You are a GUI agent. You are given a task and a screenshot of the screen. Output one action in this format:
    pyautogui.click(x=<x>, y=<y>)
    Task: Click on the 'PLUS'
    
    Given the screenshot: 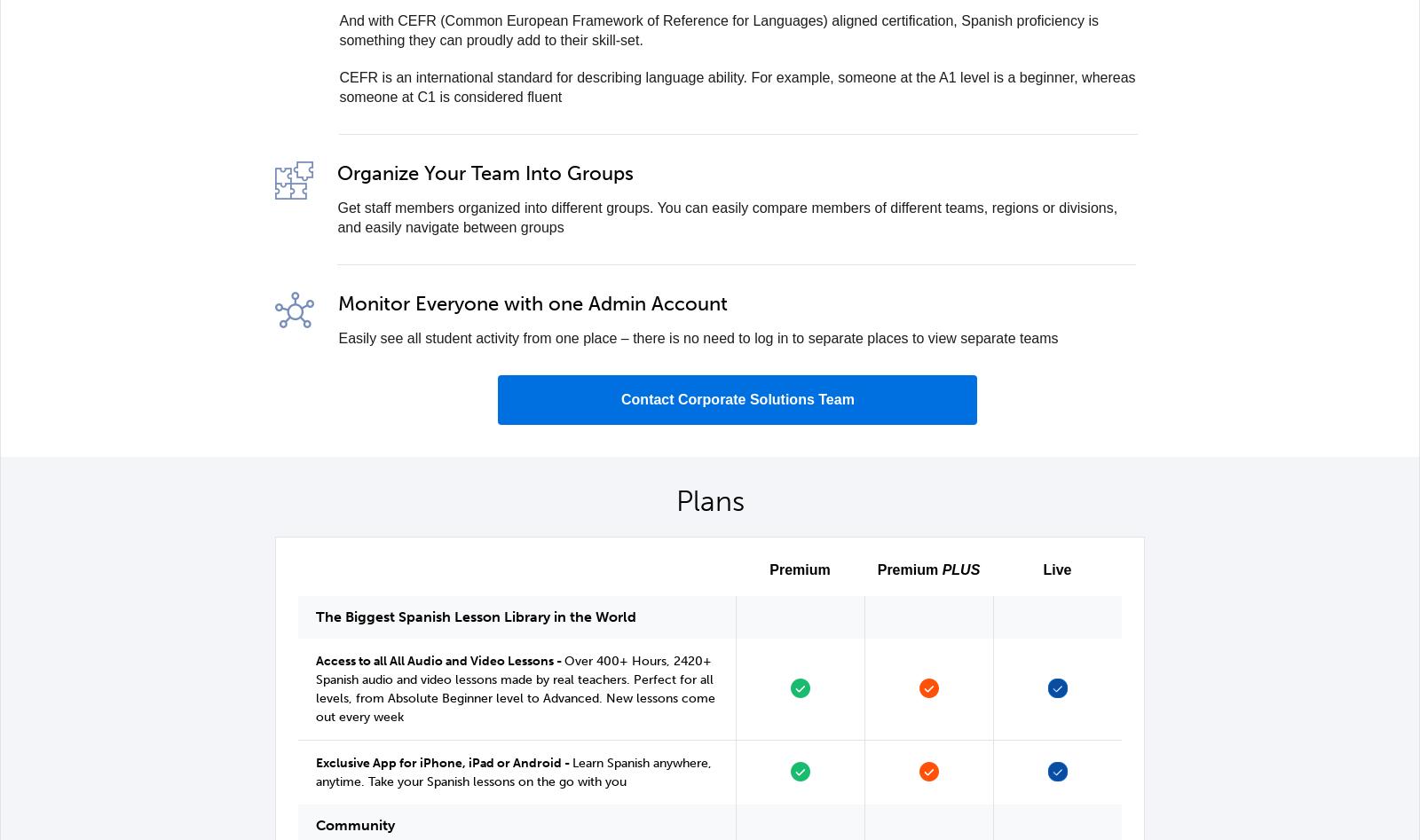 What is the action you would take?
    pyautogui.click(x=960, y=569)
    